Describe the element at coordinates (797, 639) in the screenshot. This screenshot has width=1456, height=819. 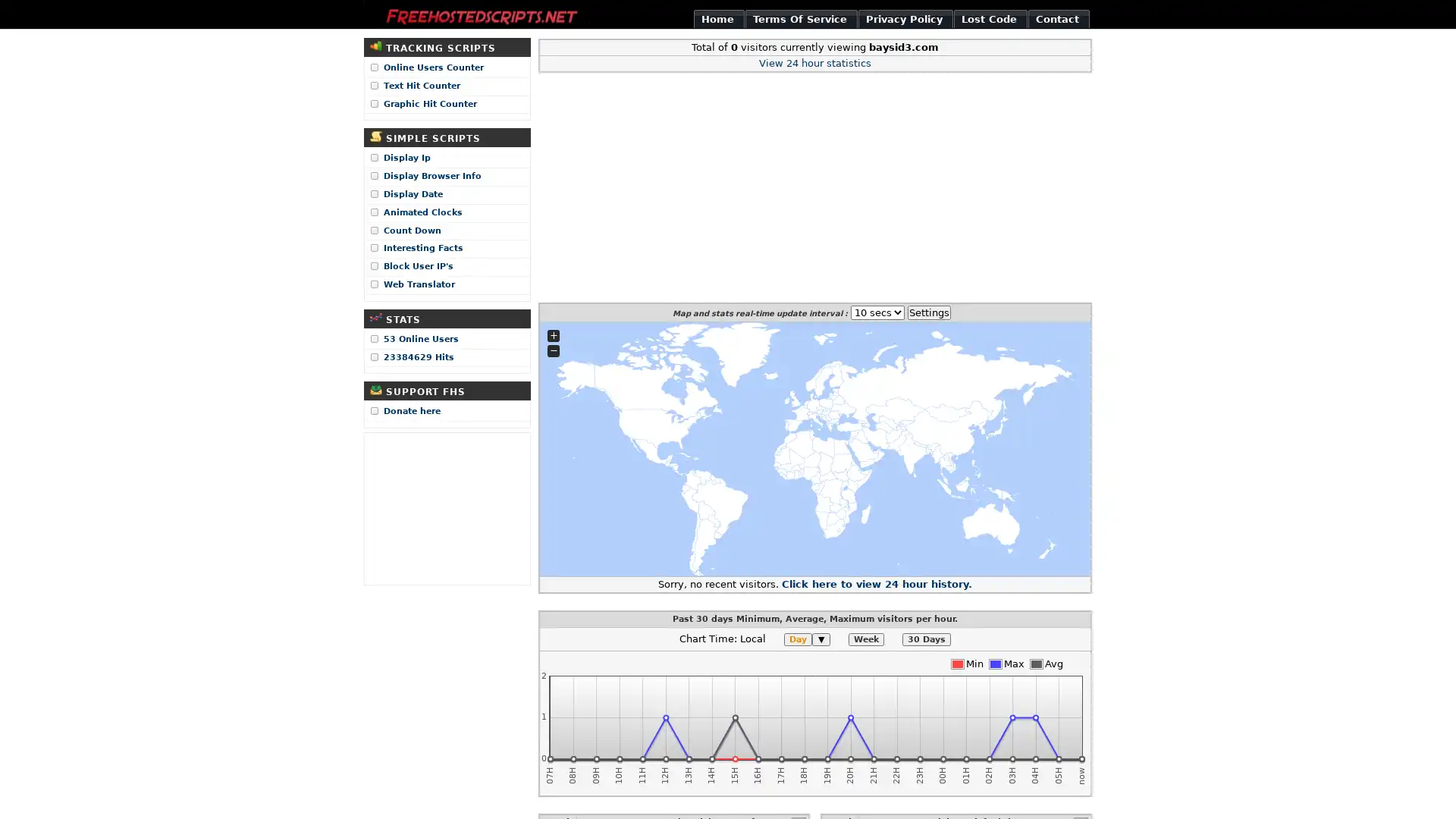
I see `Day` at that location.